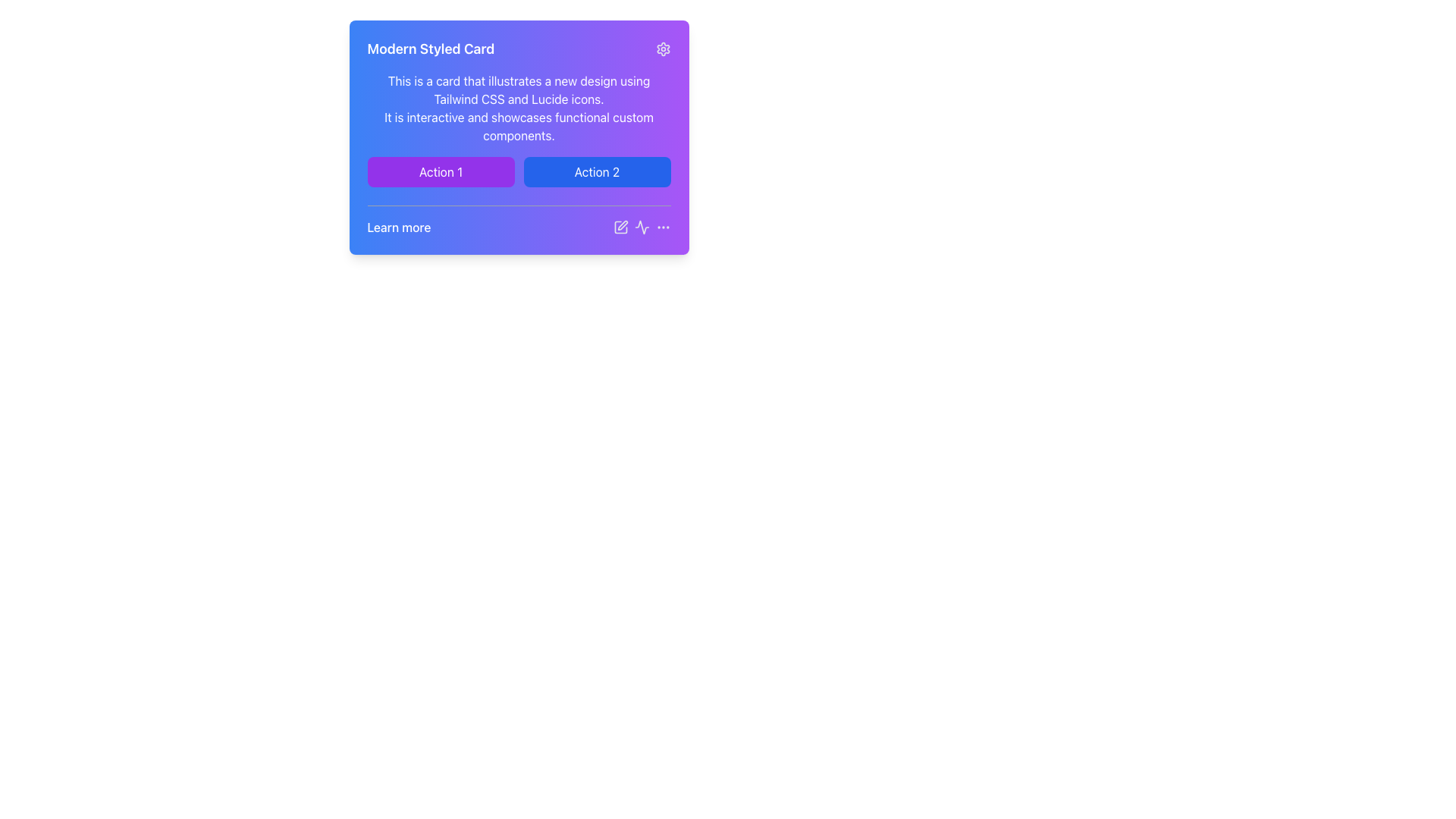  What do you see at coordinates (519, 125) in the screenshot?
I see `the second text item that reads, 'It is interactive and showcases functional custom components,' which is located within a purple-to-blue gradient background in the 'Modern Styled Card.'` at bounding box center [519, 125].